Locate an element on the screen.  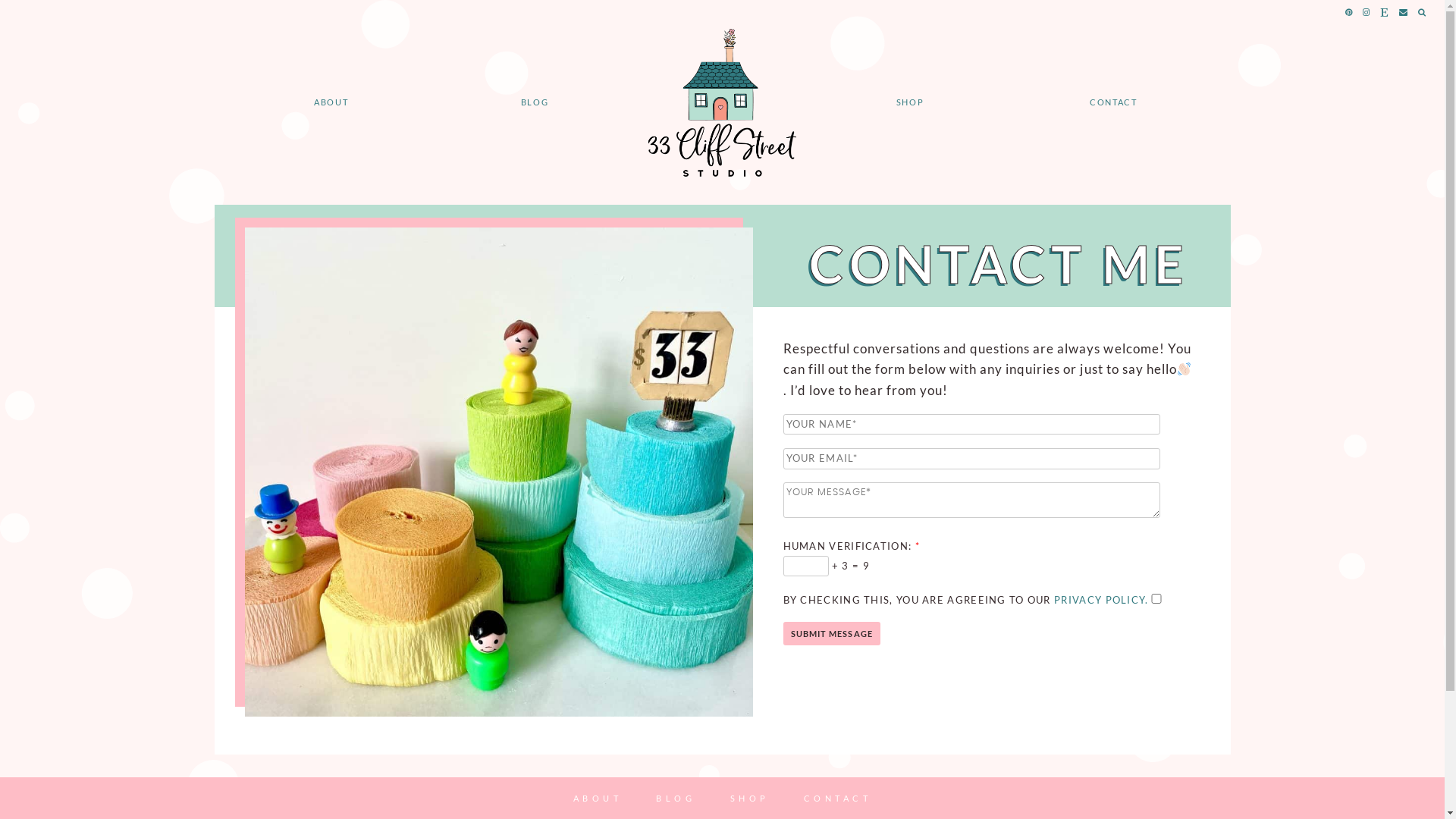
'CONTACT' is located at coordinates (1113, 102).